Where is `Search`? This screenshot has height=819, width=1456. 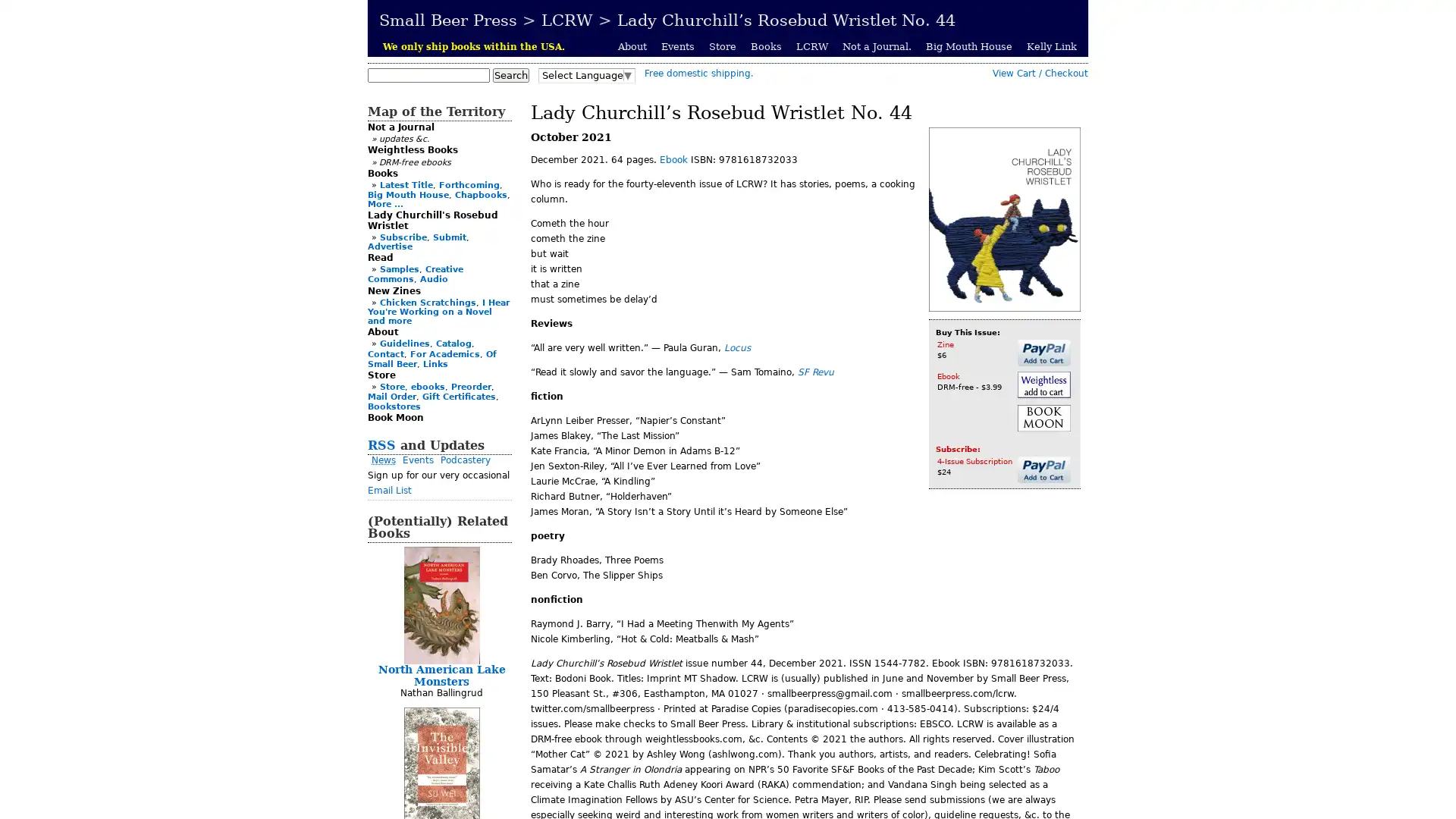
Search is located at coordinates (510, 75).